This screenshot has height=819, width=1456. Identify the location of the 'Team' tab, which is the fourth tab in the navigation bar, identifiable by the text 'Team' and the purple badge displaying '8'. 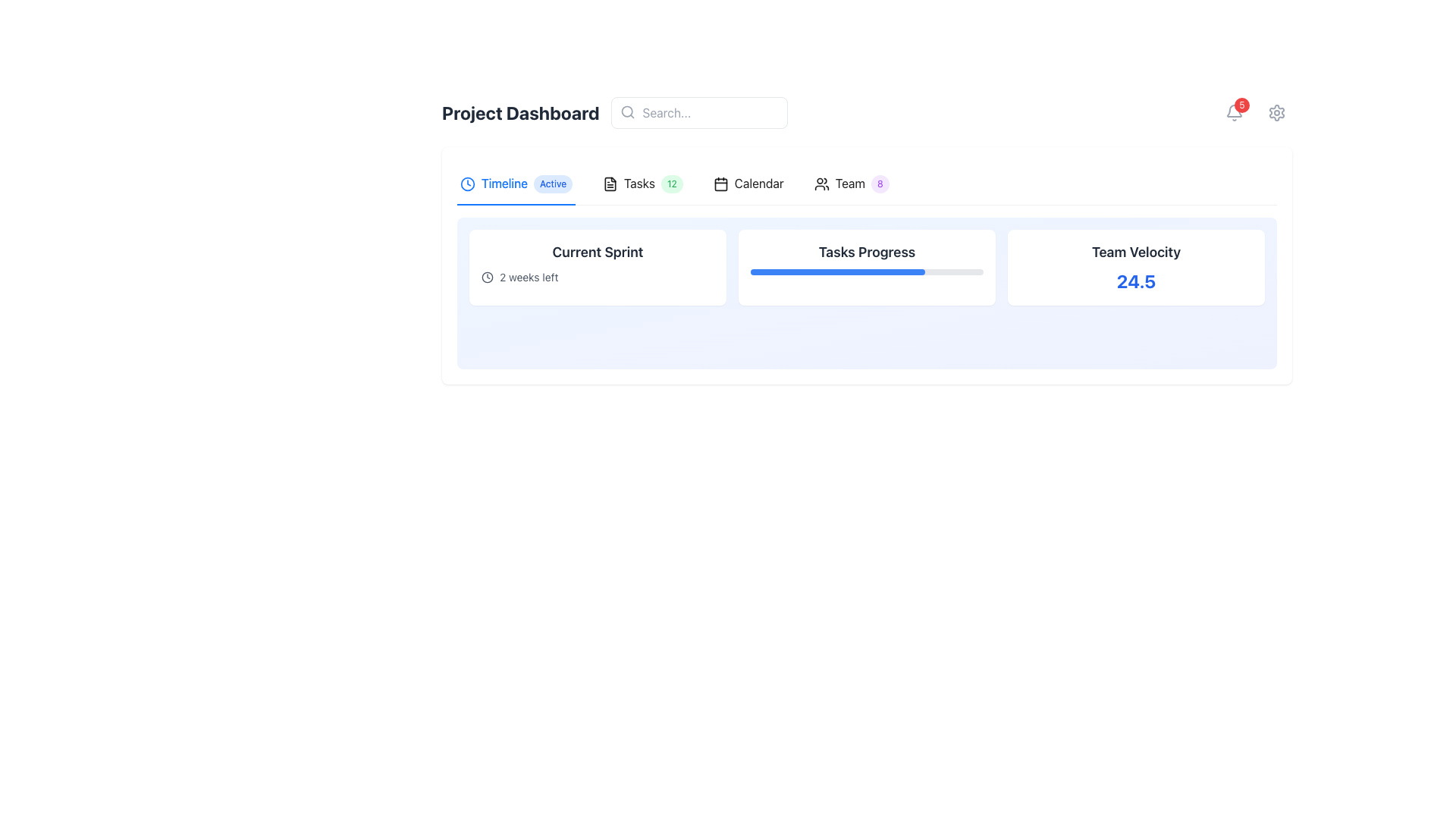
(852, 183).